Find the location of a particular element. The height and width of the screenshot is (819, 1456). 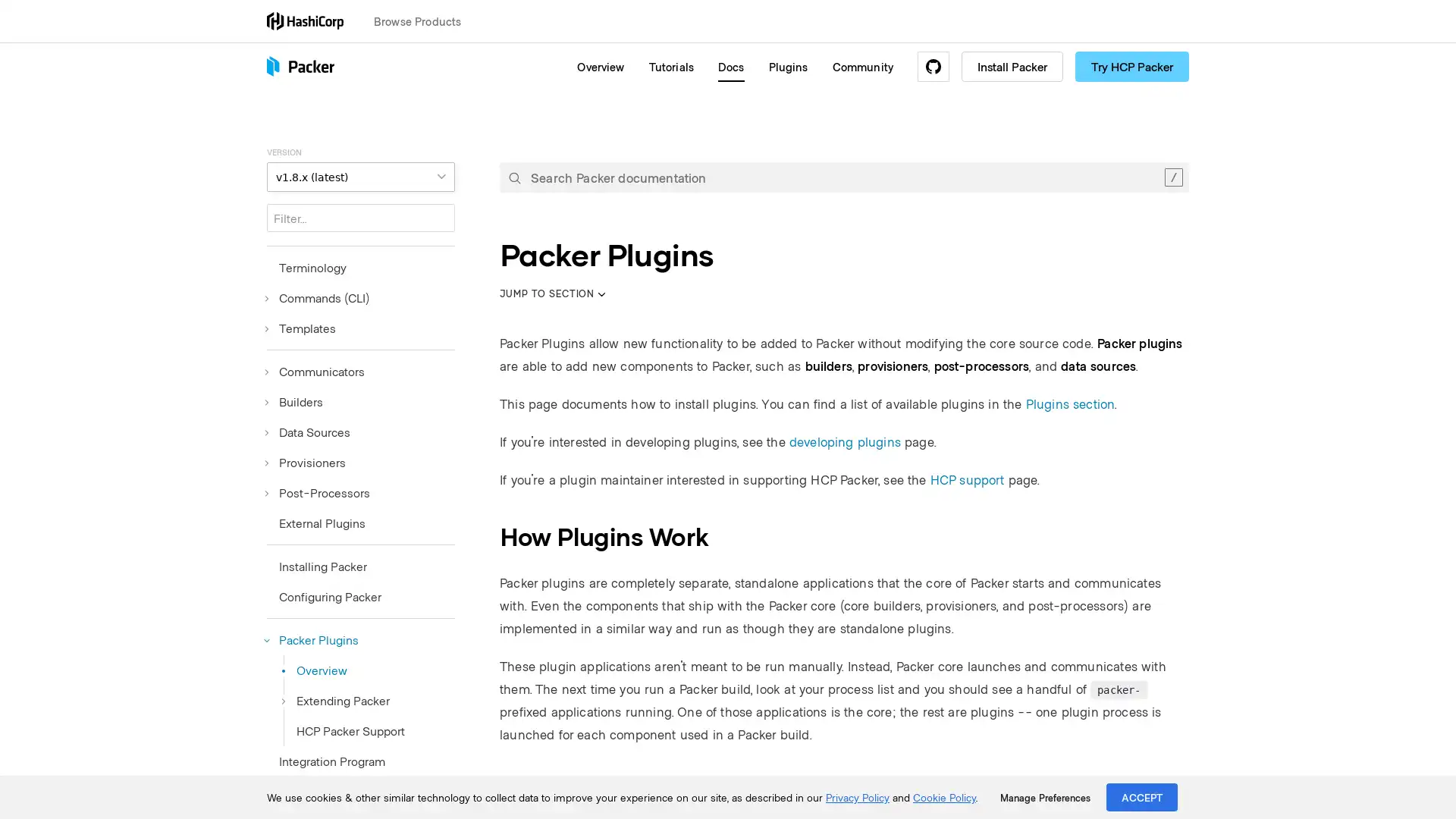

Clear the search query. is located at coordinates (1172, 177).